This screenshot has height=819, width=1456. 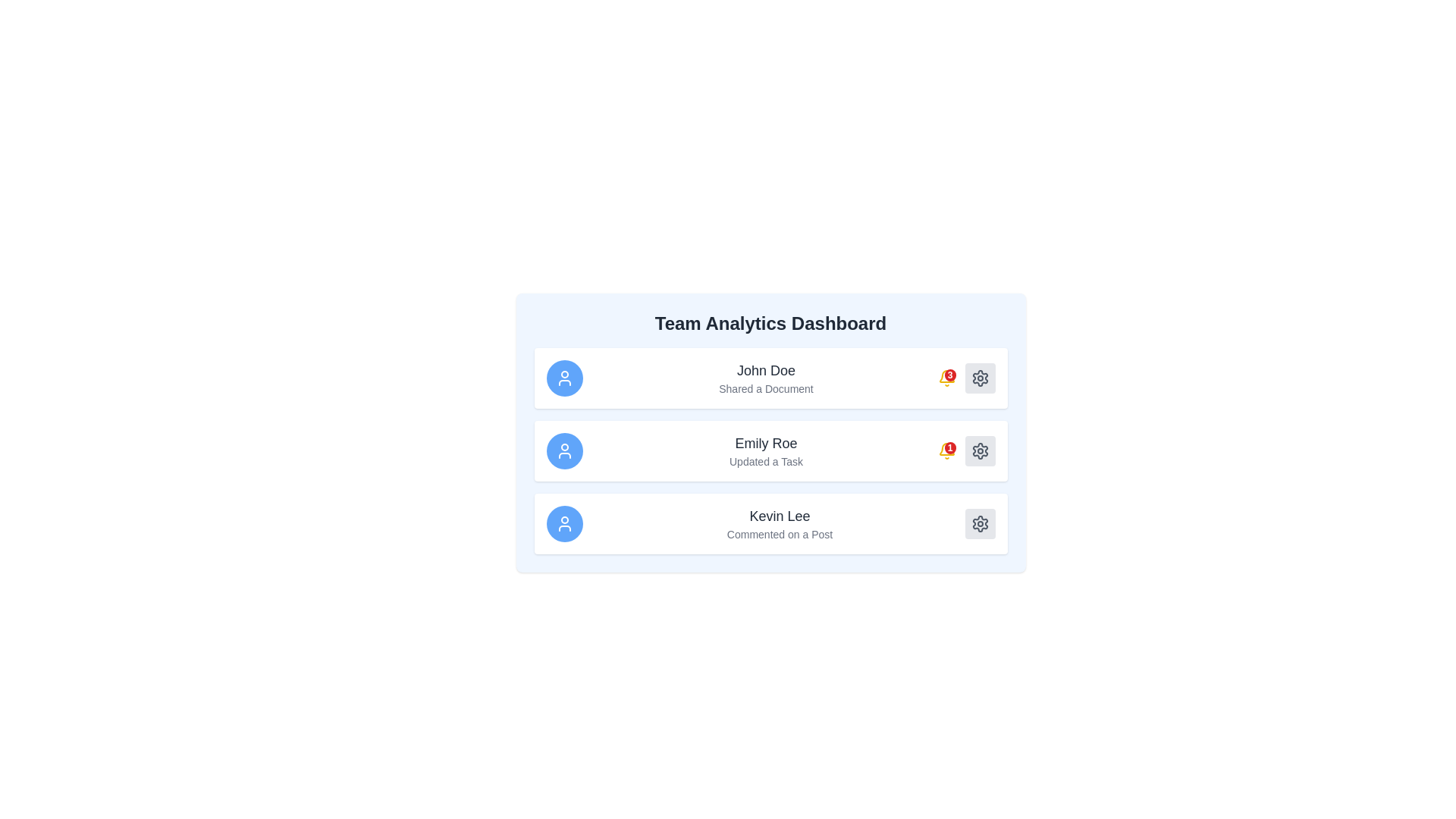 What do you see at coordinates (780, 516) in the screenshot?
I see `the text label displaying the name 'Kevin Lee' in the third list item under 'Team Analytics Dashboard'` at bounding box center [780, 516].